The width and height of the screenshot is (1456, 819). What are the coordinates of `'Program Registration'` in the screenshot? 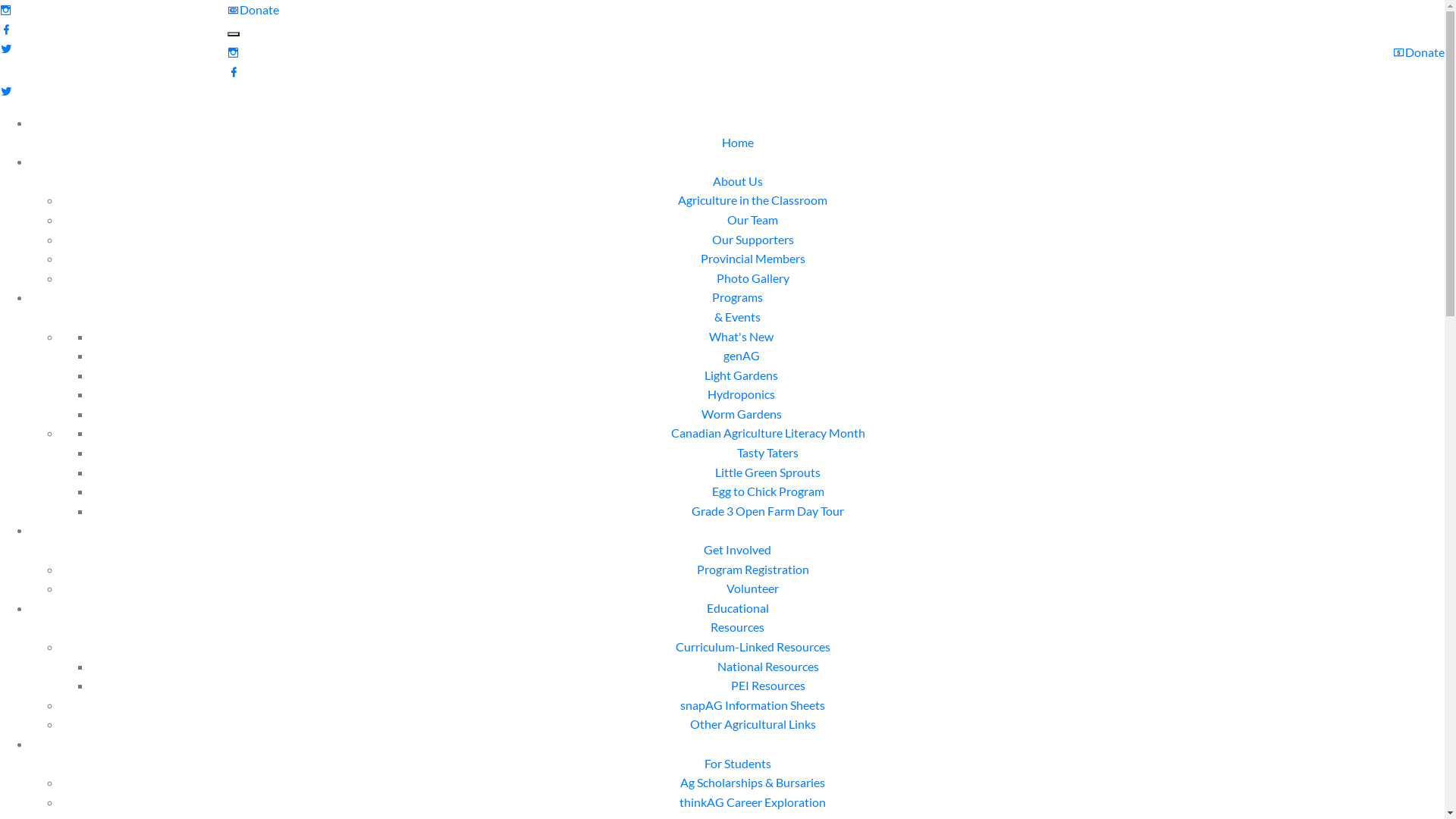 It's located at (752, 569).